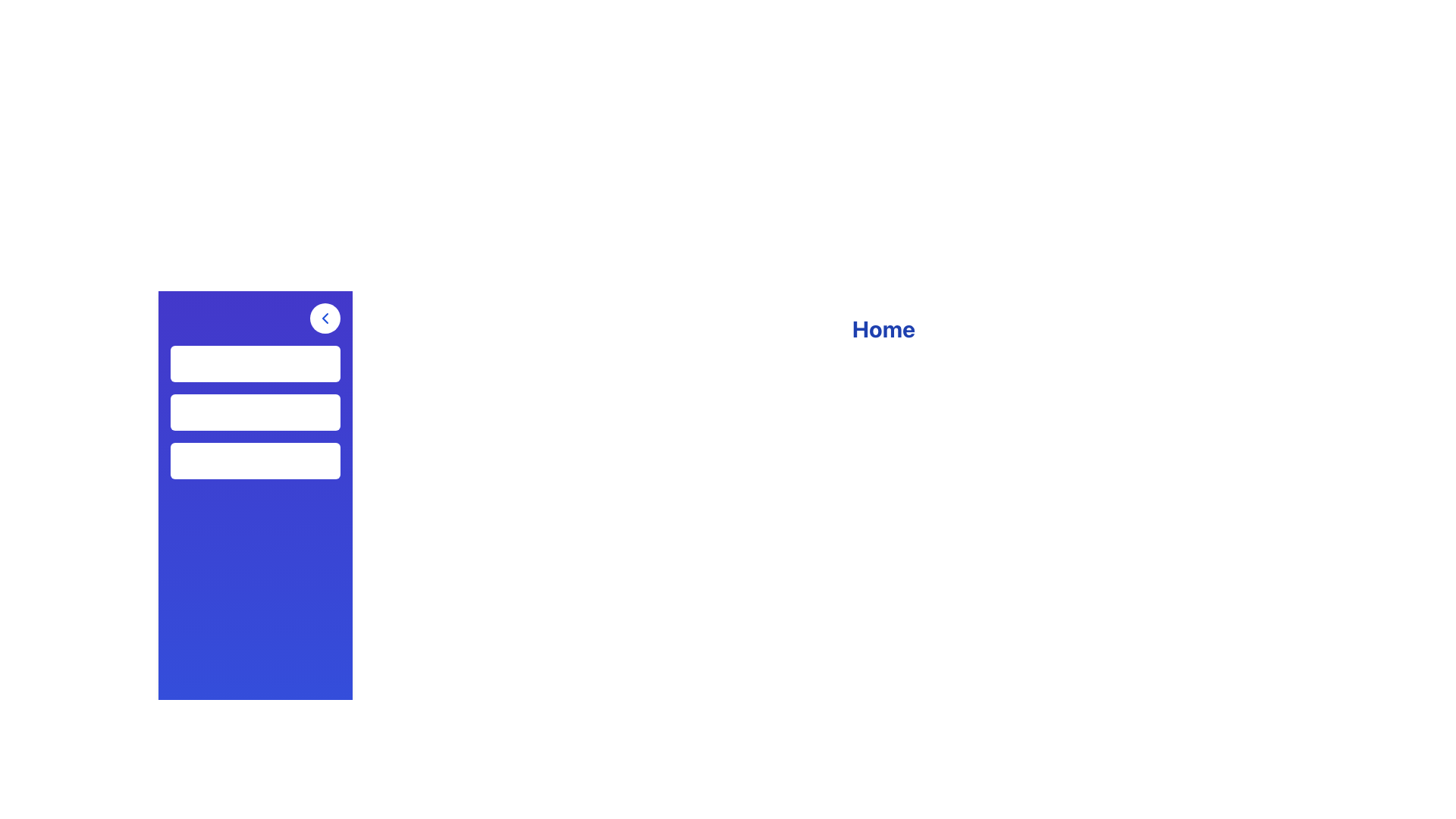 This screenshot has height=819, width=1456. I want to click on the second menu item in the vertical menu list that navigates to the contact section, located below 'Home' and above 'About Us', so click(255, 412).